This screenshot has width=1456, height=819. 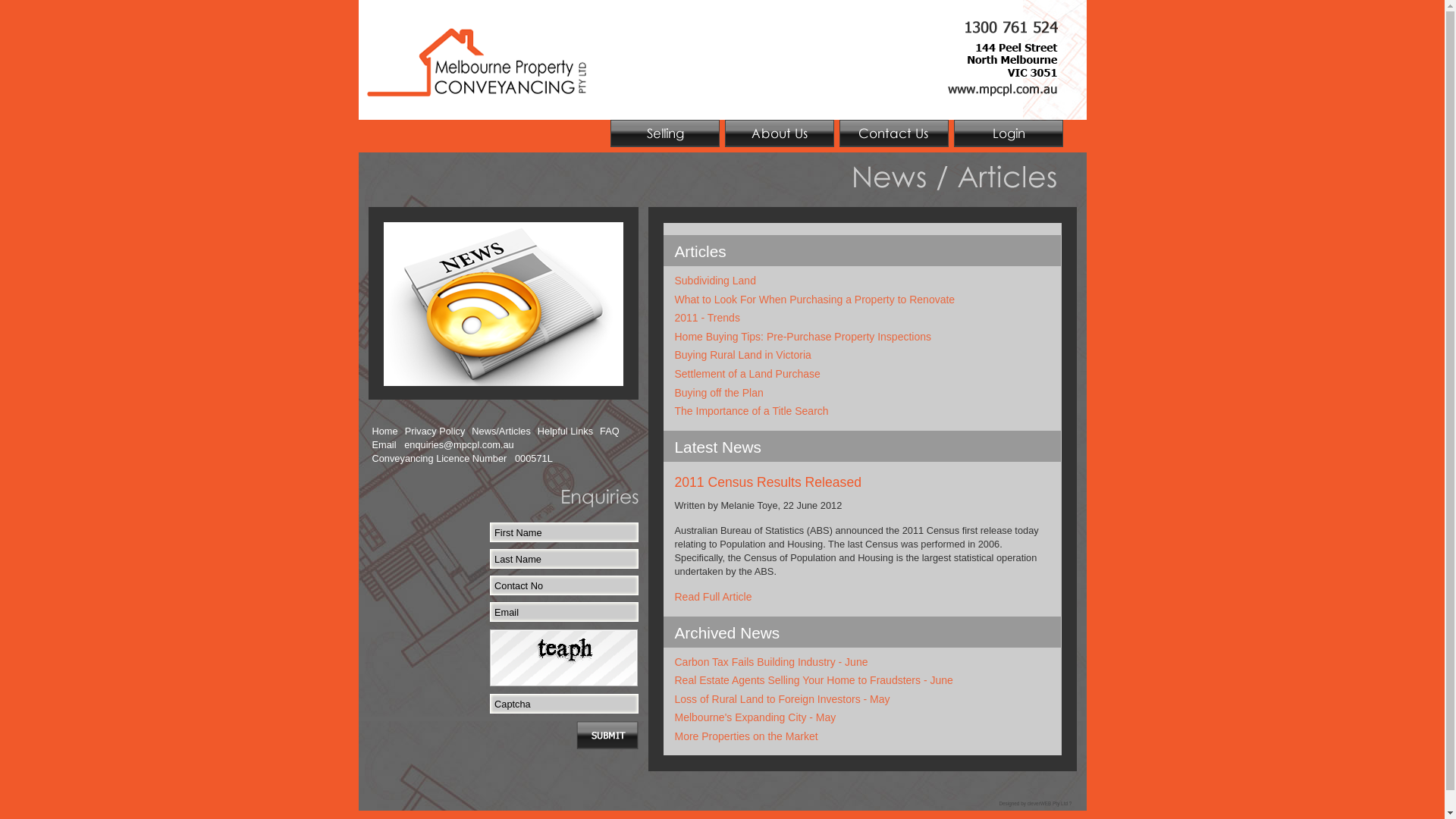 I want to click on 'Subdividing Land', so click(x=714, y=281).